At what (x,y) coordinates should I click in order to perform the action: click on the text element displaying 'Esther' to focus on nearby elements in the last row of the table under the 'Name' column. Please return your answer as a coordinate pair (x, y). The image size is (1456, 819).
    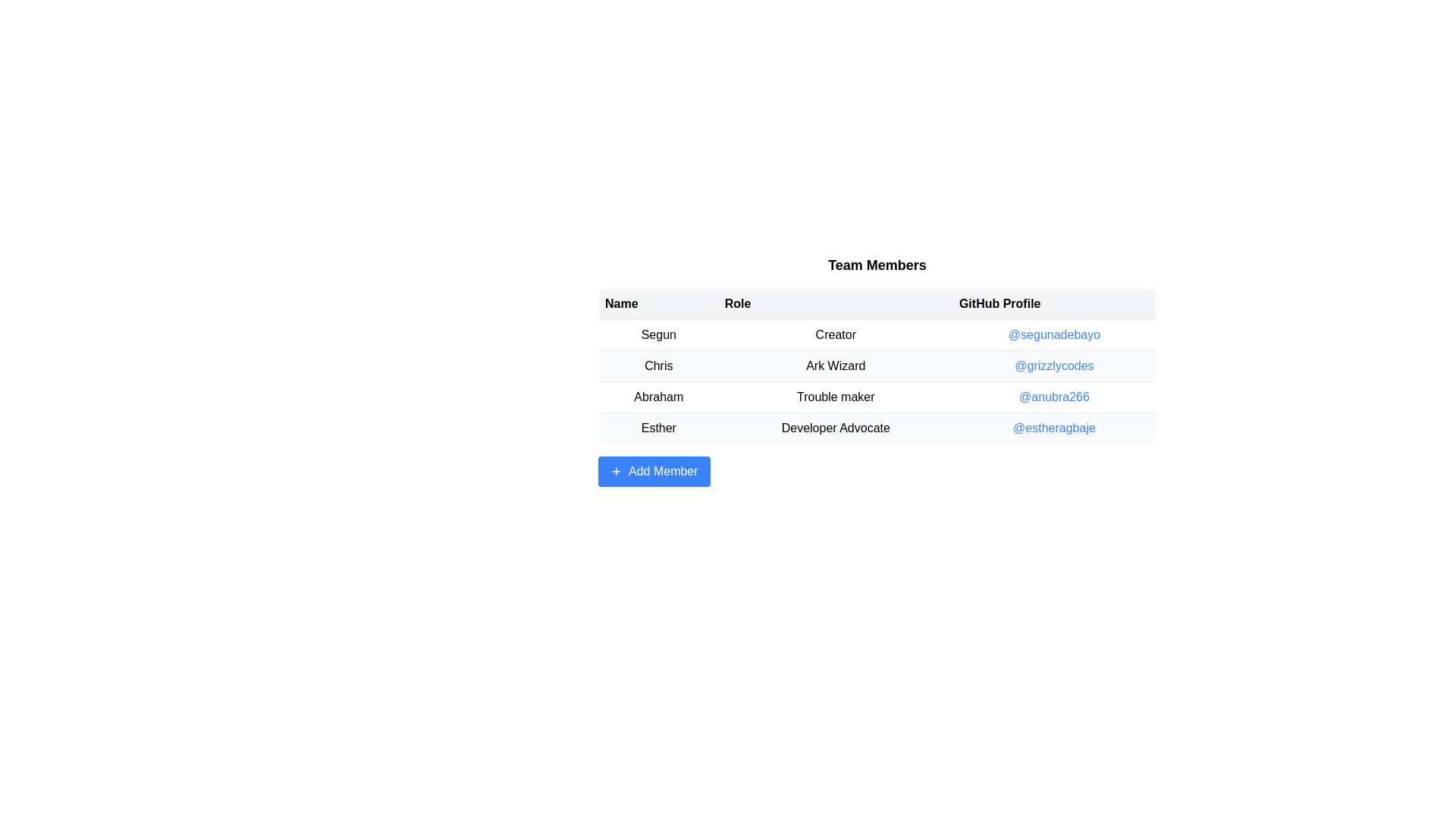
    Looking at the image, I should click on (658, 428).